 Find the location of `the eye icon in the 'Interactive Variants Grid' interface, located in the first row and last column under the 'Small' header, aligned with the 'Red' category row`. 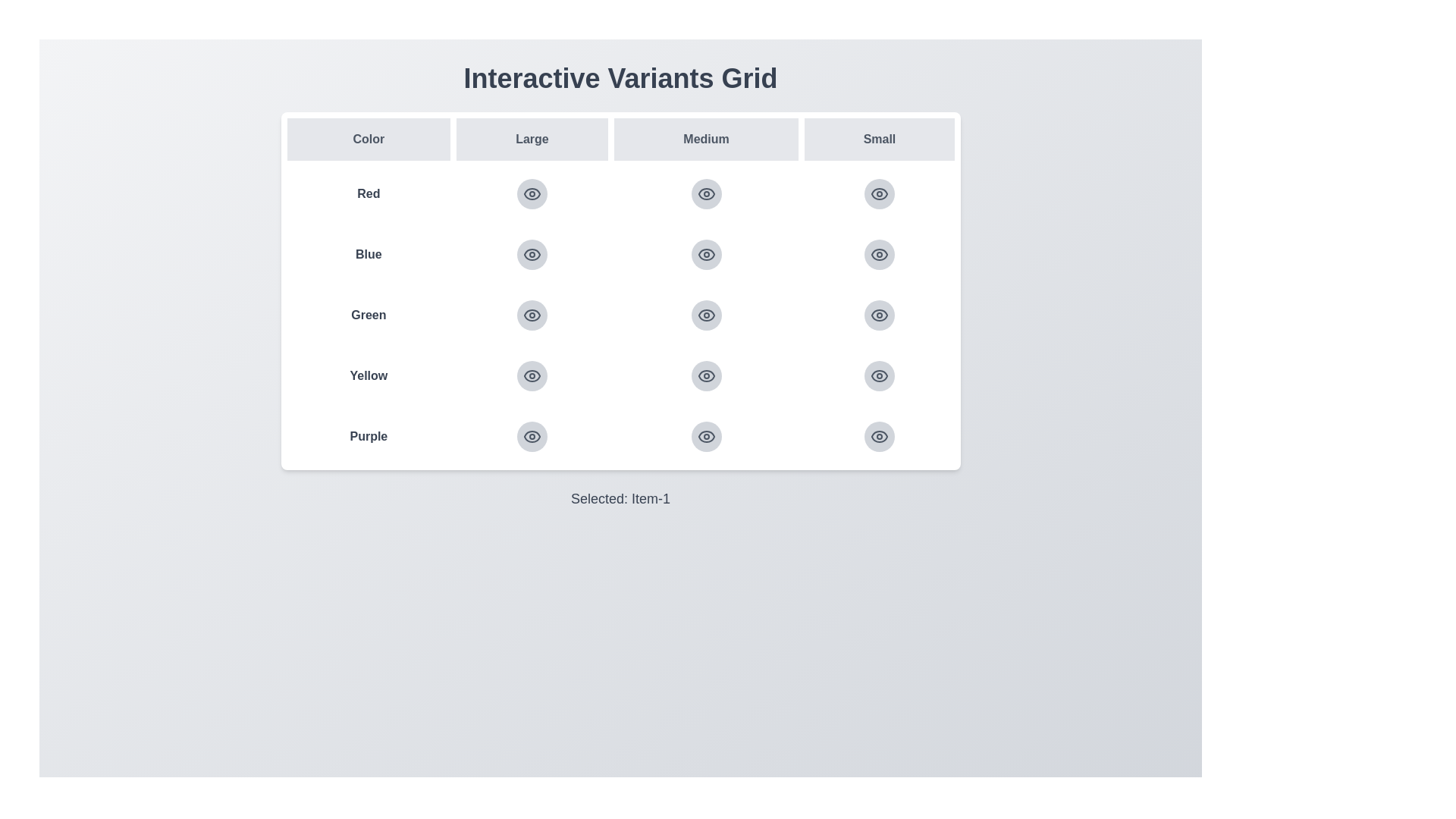

the eye icon in the 'Interactive Variants Grid' interface, located in the first row and last column under the 'Small' header, aligned with the 'Red' category row is located at coordinates (880, 193).